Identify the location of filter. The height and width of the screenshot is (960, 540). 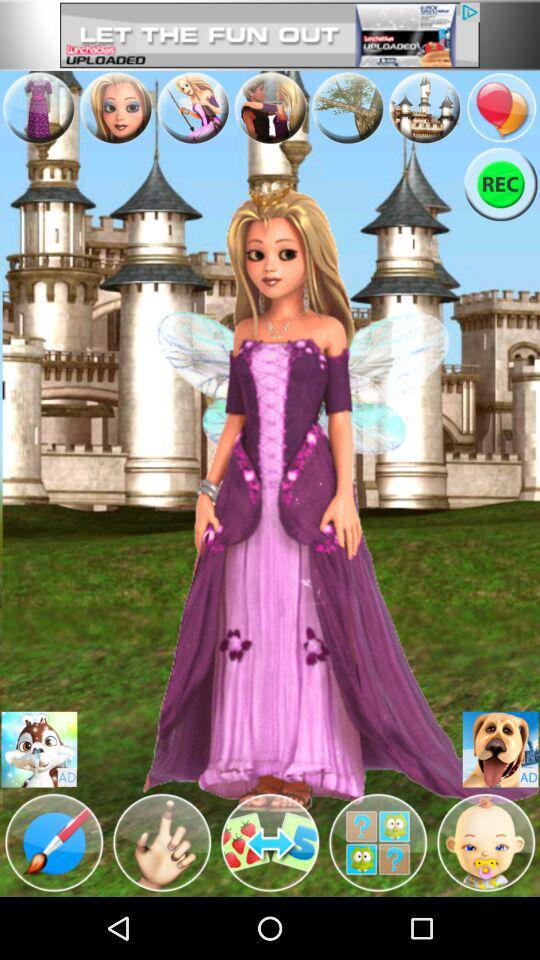
(378, 841).